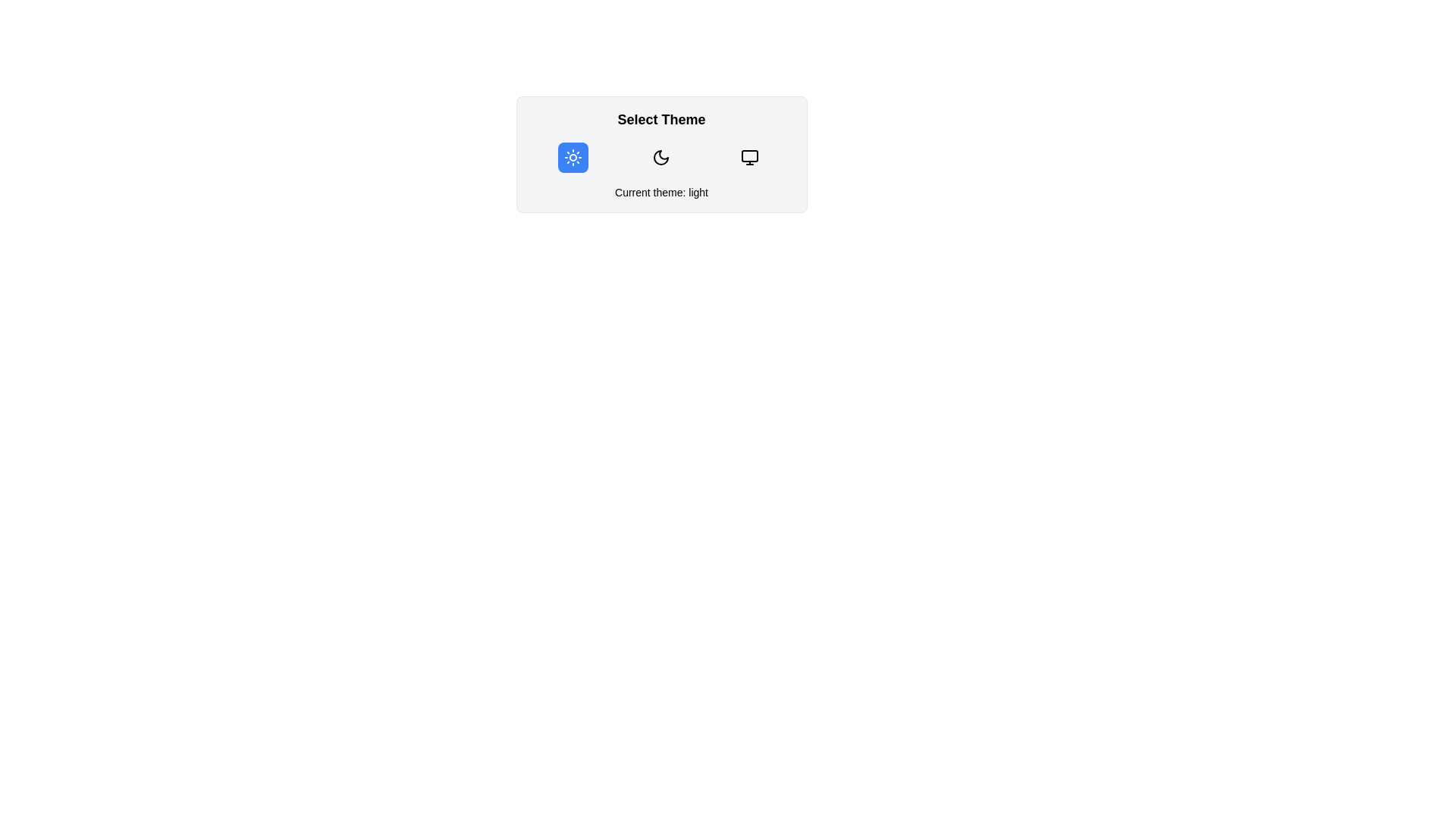 This screenshot has height=819, width=1456. I want to click on the rightmost button with a rounded rectangular shape and a computer monitor icon, so click(750, 158).